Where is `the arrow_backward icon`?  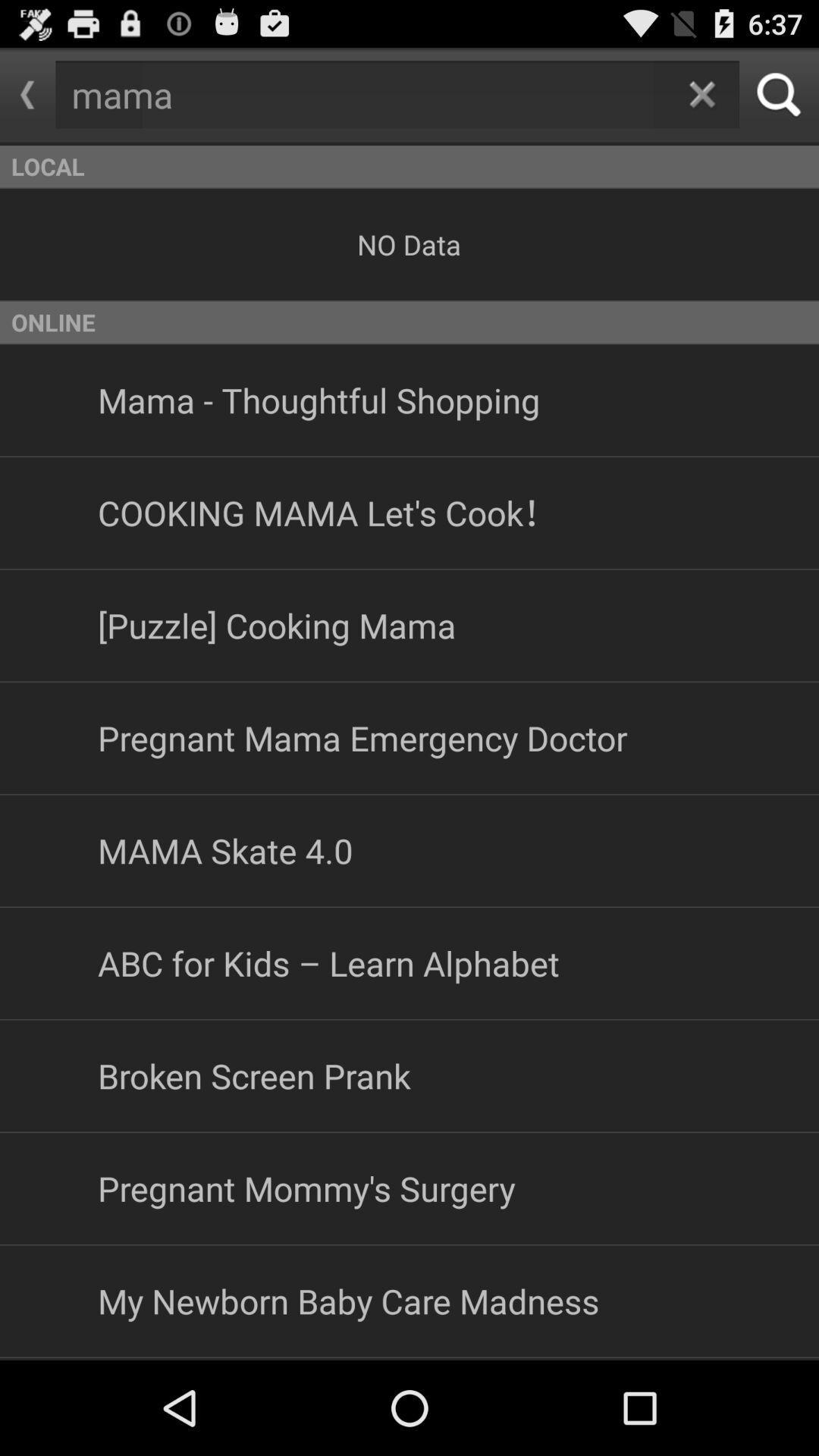 the arrow_backward icon is located at coordinates (27, 101).